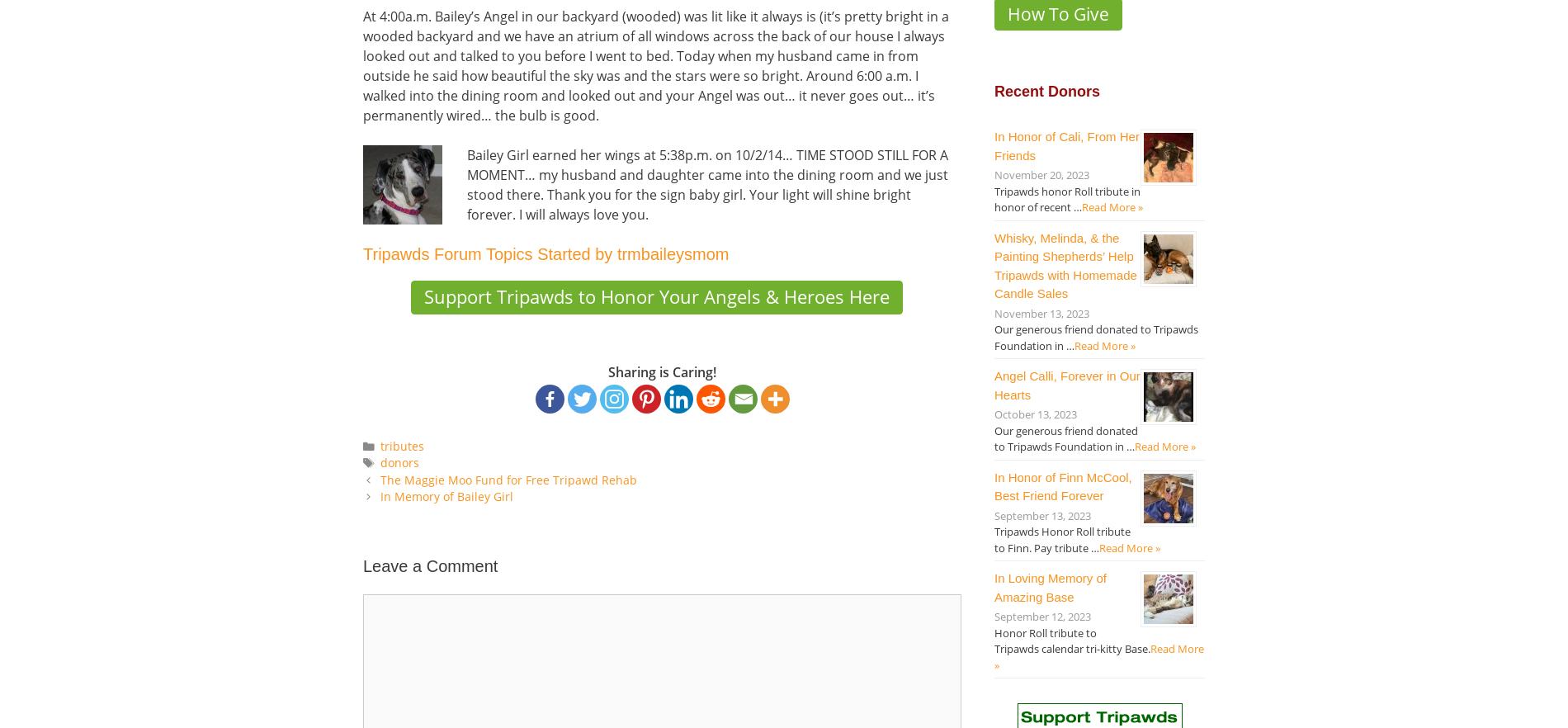  What do you see at coordinates (1066, 197) in the screenshot?
I see `'Tripawds honor Roll tribute in honor of recent …'` at bounding box center [1066, 197].